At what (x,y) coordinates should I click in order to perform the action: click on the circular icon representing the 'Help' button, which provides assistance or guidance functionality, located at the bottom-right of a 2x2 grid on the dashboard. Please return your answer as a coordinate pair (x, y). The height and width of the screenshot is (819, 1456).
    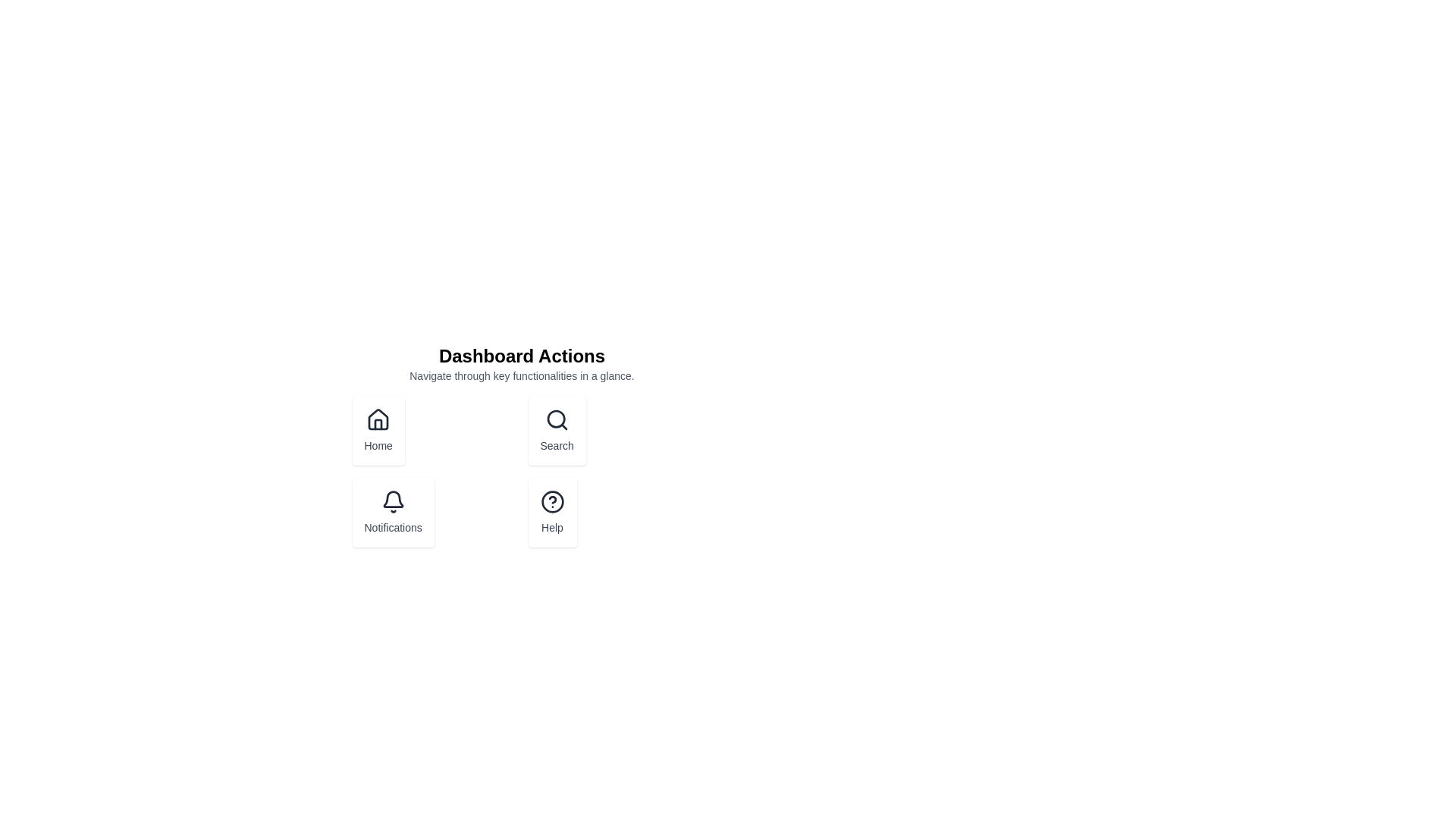
    Looking at the image, I should click on (551, 502).